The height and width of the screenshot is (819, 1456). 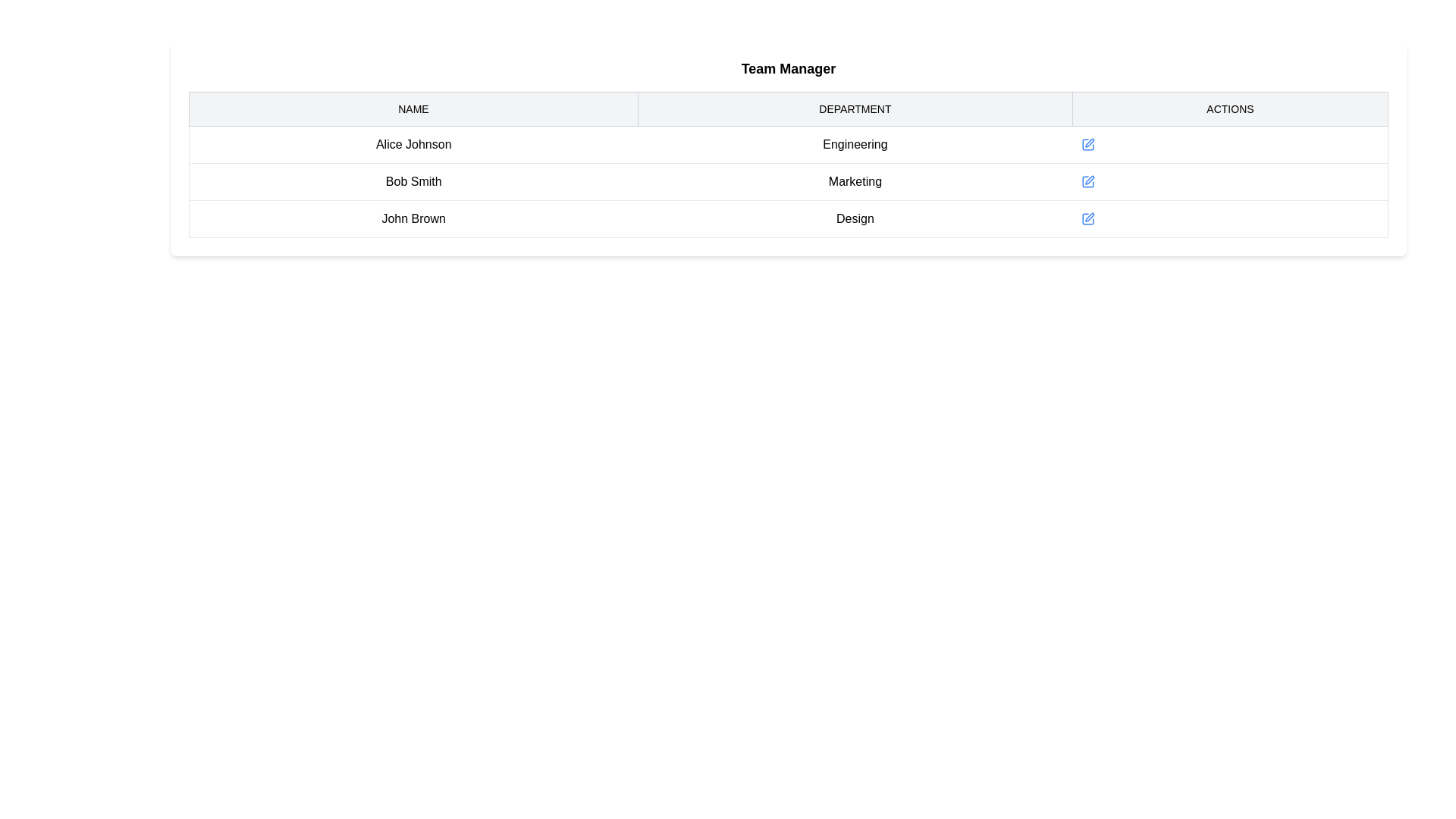 What do you see at coordinates (1088, 216) in the screenshot?
I see `the blue pen icon in the Actions column of the last row corresponding to the Design department to initiate the edit action` at bounding box center [1088, 216].